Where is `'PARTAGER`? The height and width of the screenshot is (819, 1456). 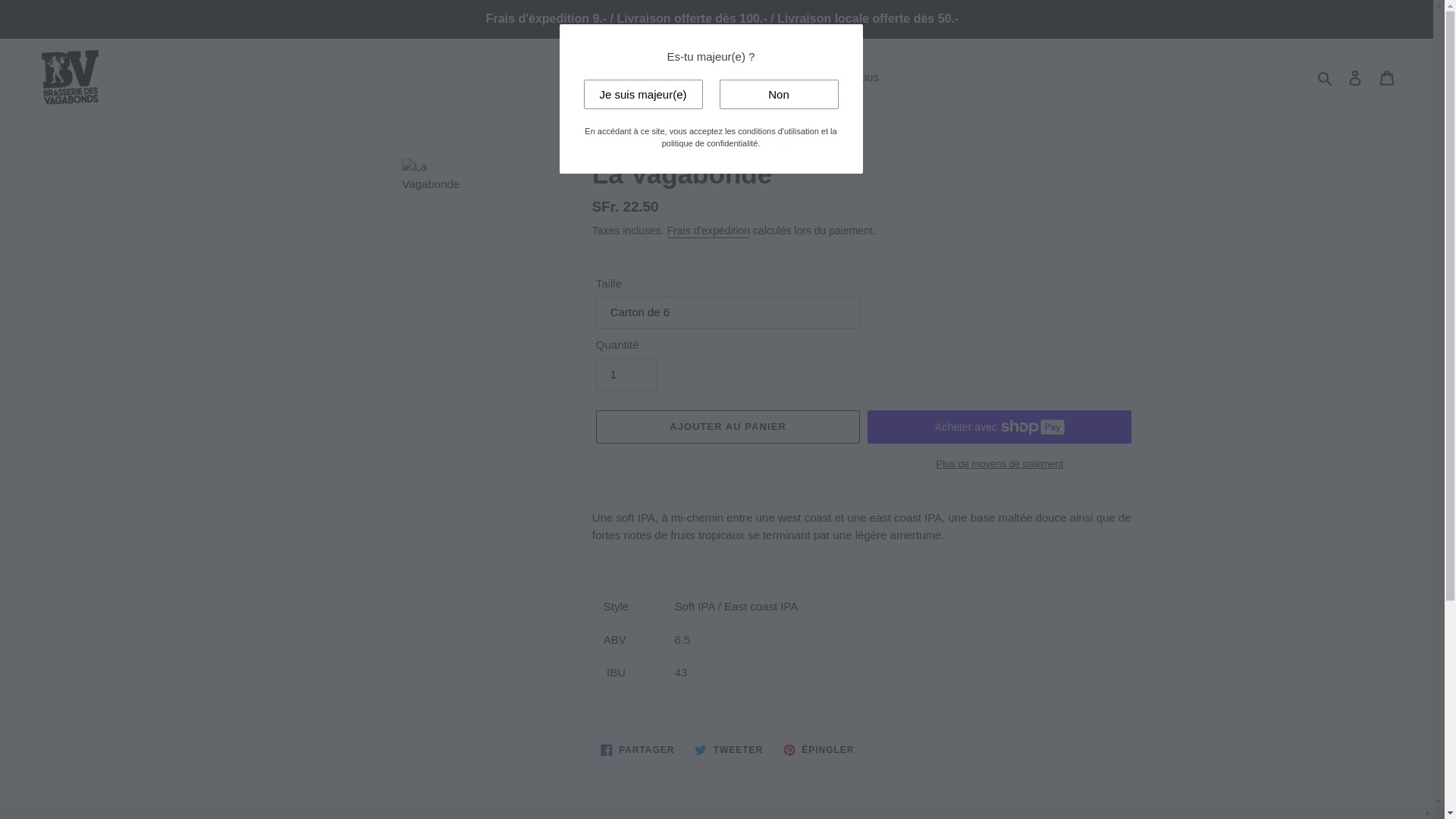 'PARTAGER is located at coordinates (637, 748).